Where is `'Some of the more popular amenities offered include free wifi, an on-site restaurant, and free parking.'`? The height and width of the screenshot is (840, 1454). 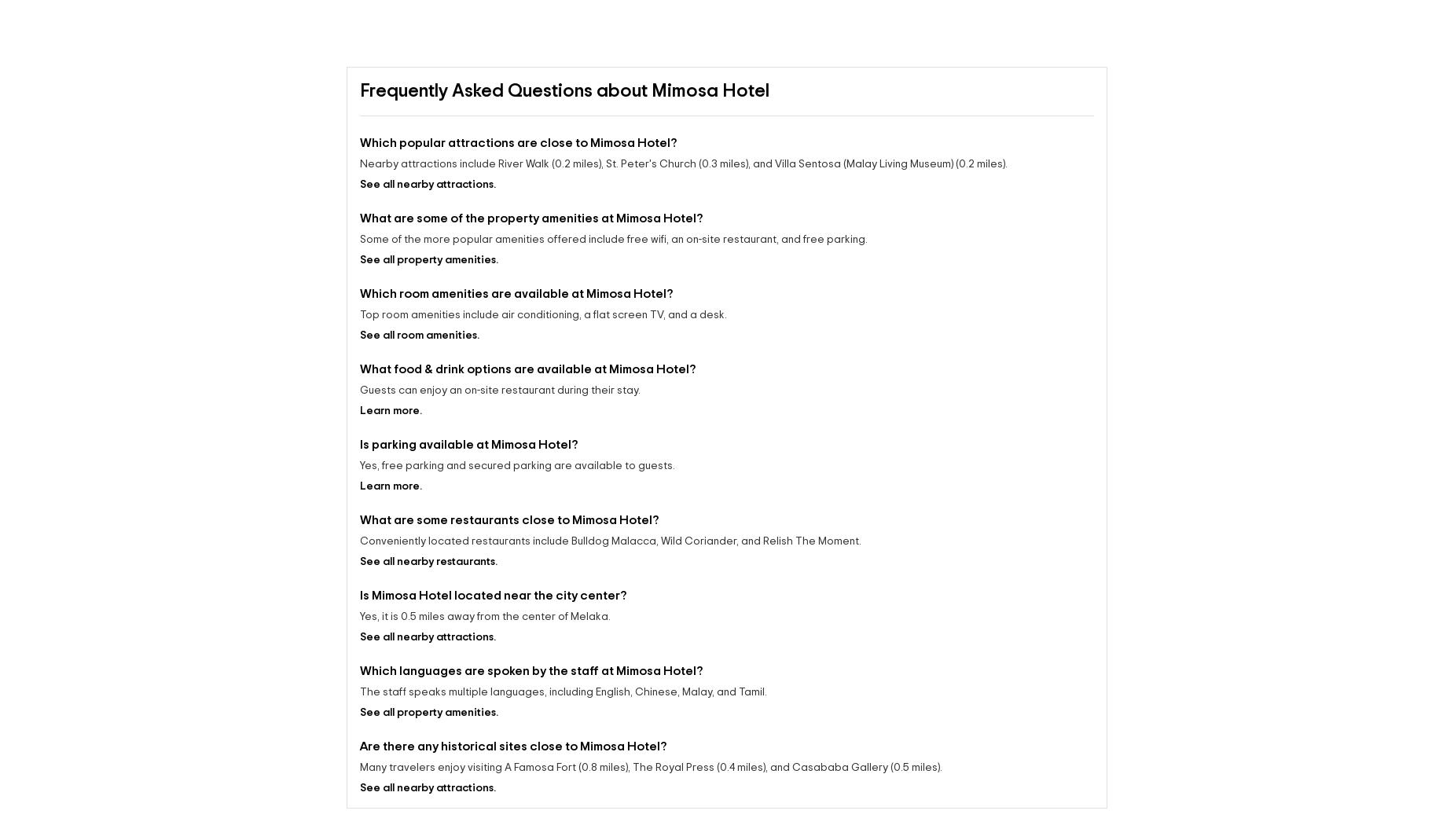
'Some of the more popular amenities offered include free wifi, an on-site restaurant, and free parking.' is located at coordinates (359, 238).